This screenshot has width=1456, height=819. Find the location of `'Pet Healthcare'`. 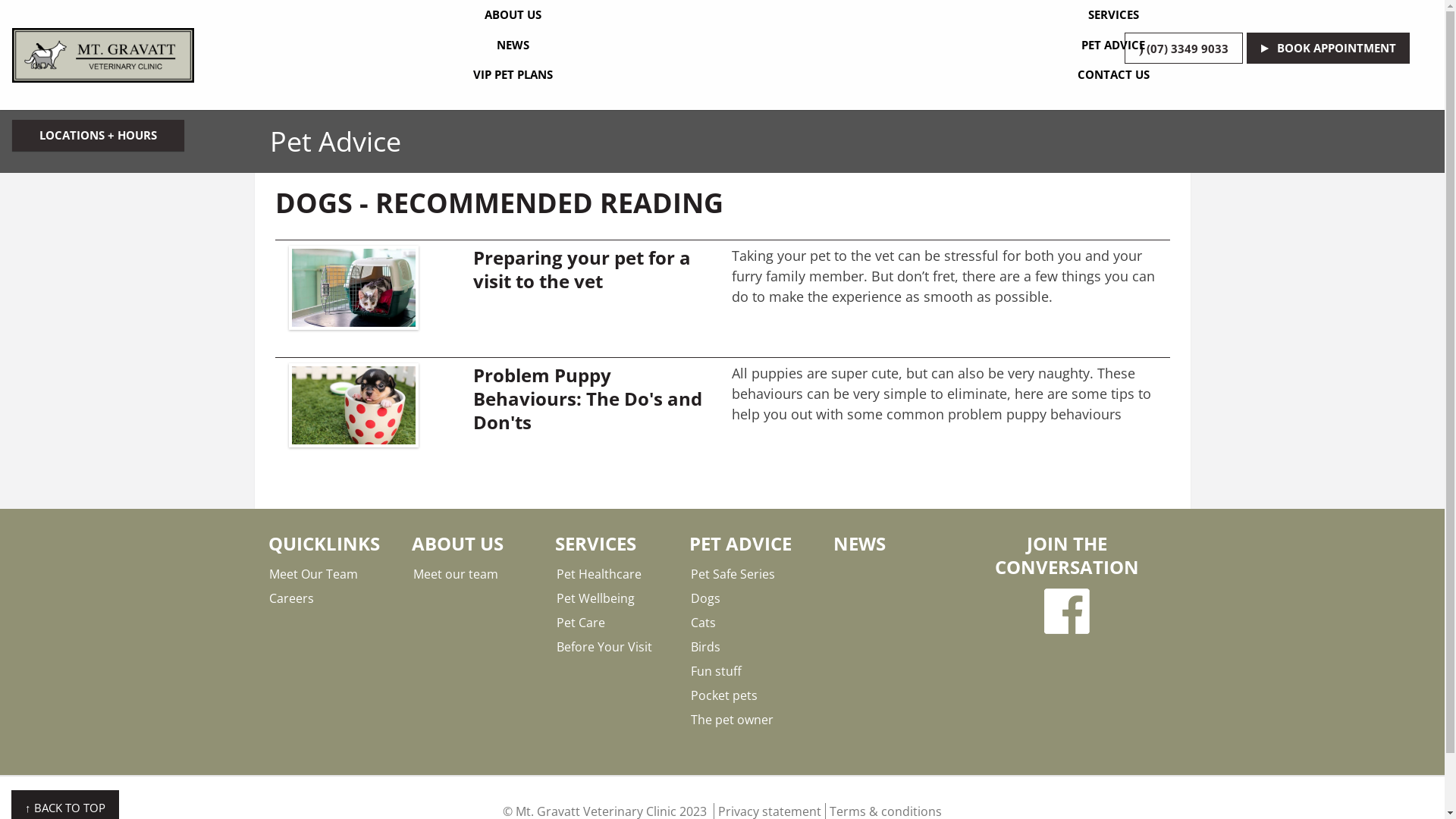

'Pet Healthcare' is located at coordinates (556, 573).